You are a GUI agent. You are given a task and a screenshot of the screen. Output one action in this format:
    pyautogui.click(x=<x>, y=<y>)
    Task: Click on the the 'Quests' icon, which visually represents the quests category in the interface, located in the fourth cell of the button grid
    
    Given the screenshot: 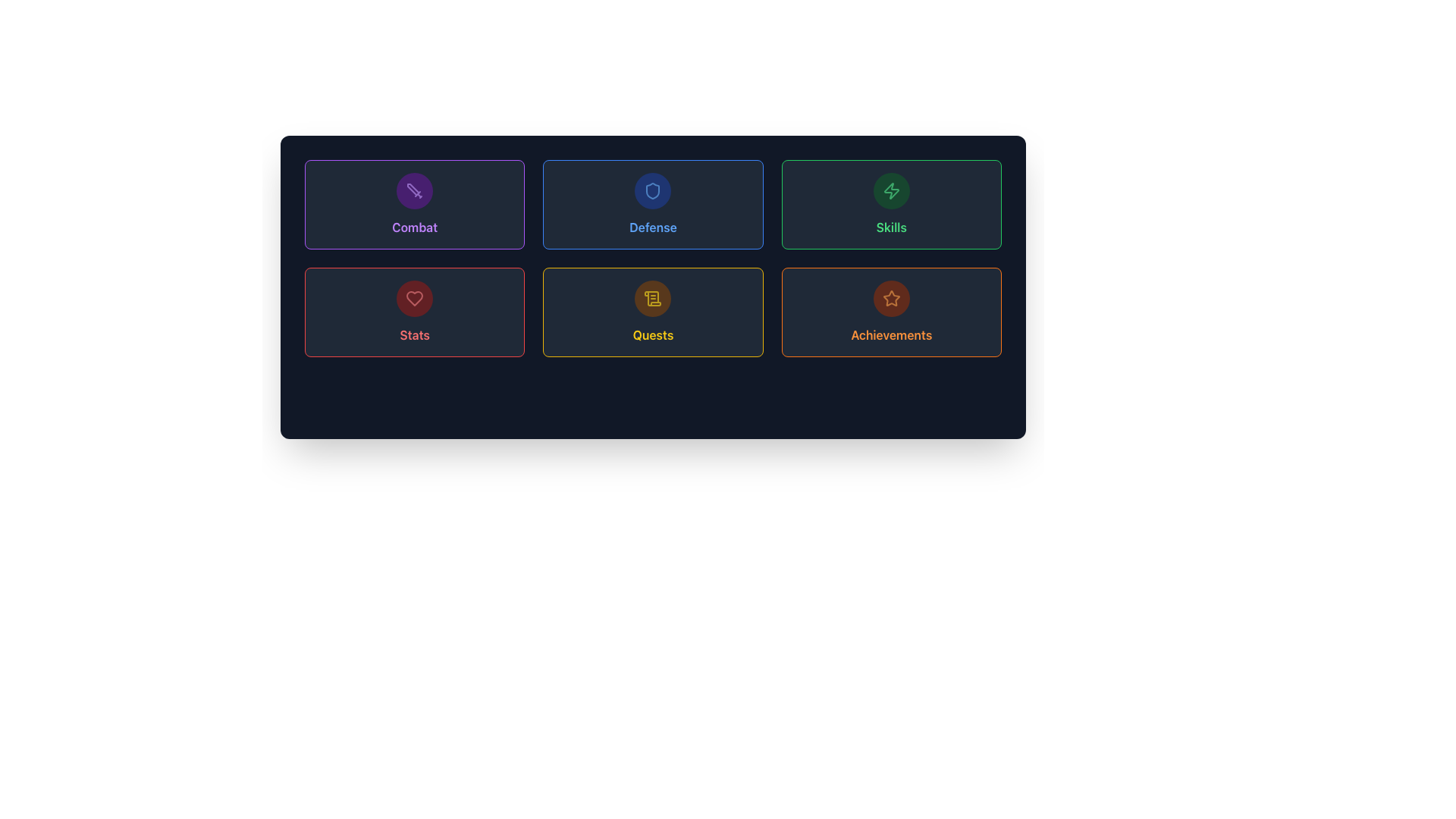 What is the action you would take?
    pyautogui.click(x=652, y=297)
    